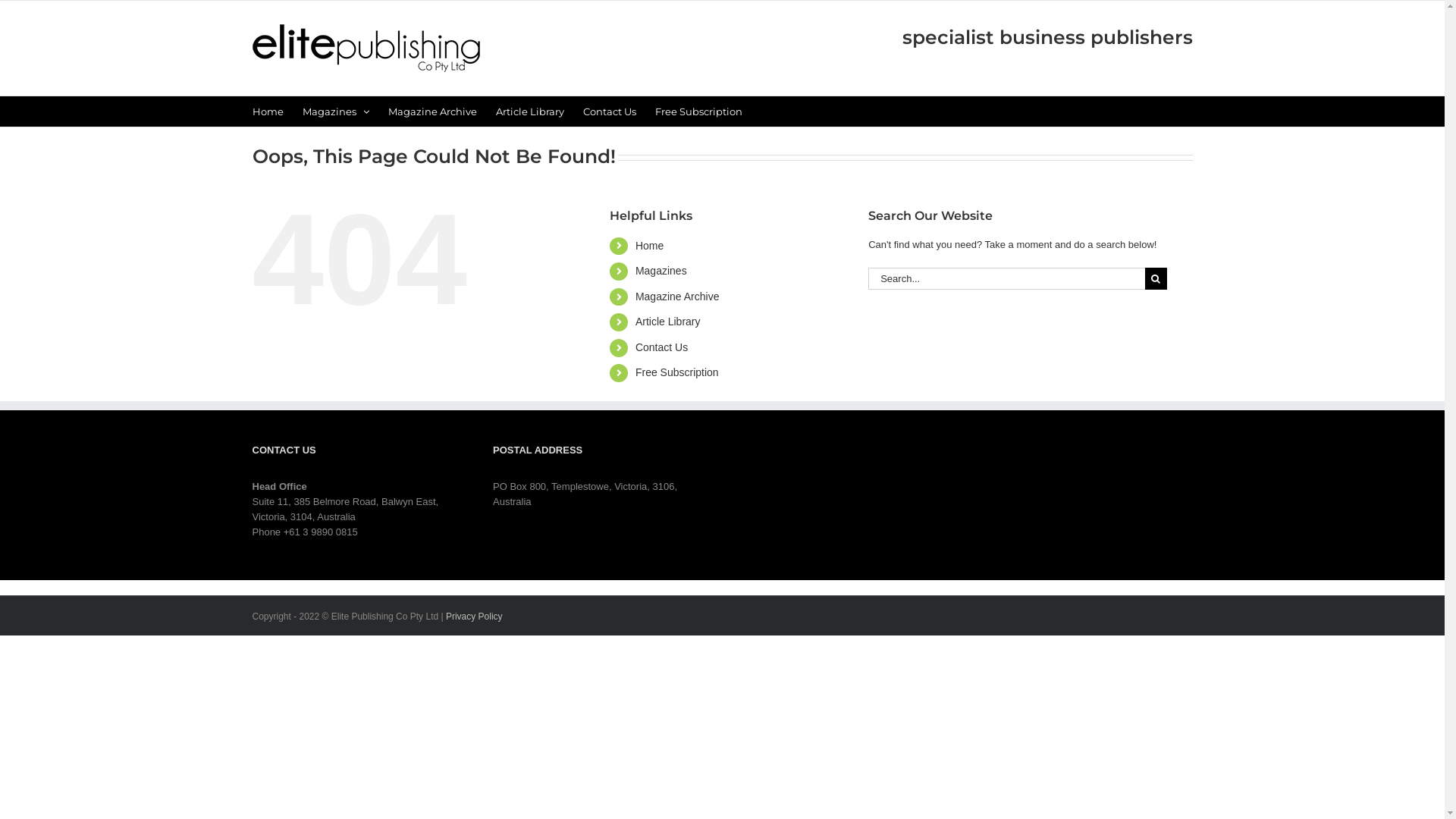 The height and width of the screenshot is (819, 1456). Describe the element at coordinates (661, 347) in the screenshot. I see `'Contact Us'` at that location.